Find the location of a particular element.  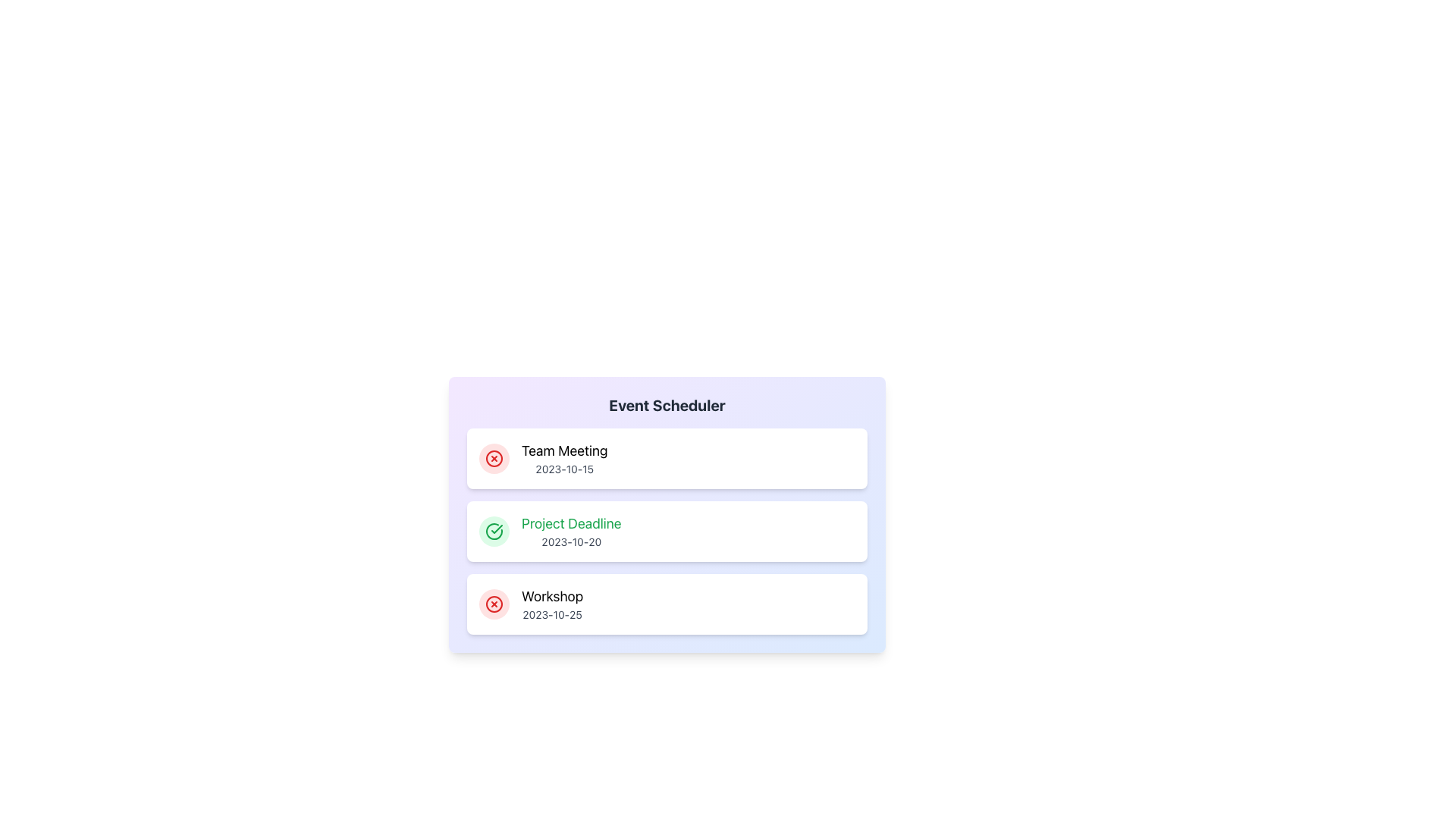

the green checkmark in the informational list item indicating a scheduled event or task is located at coordinates (549, 531).